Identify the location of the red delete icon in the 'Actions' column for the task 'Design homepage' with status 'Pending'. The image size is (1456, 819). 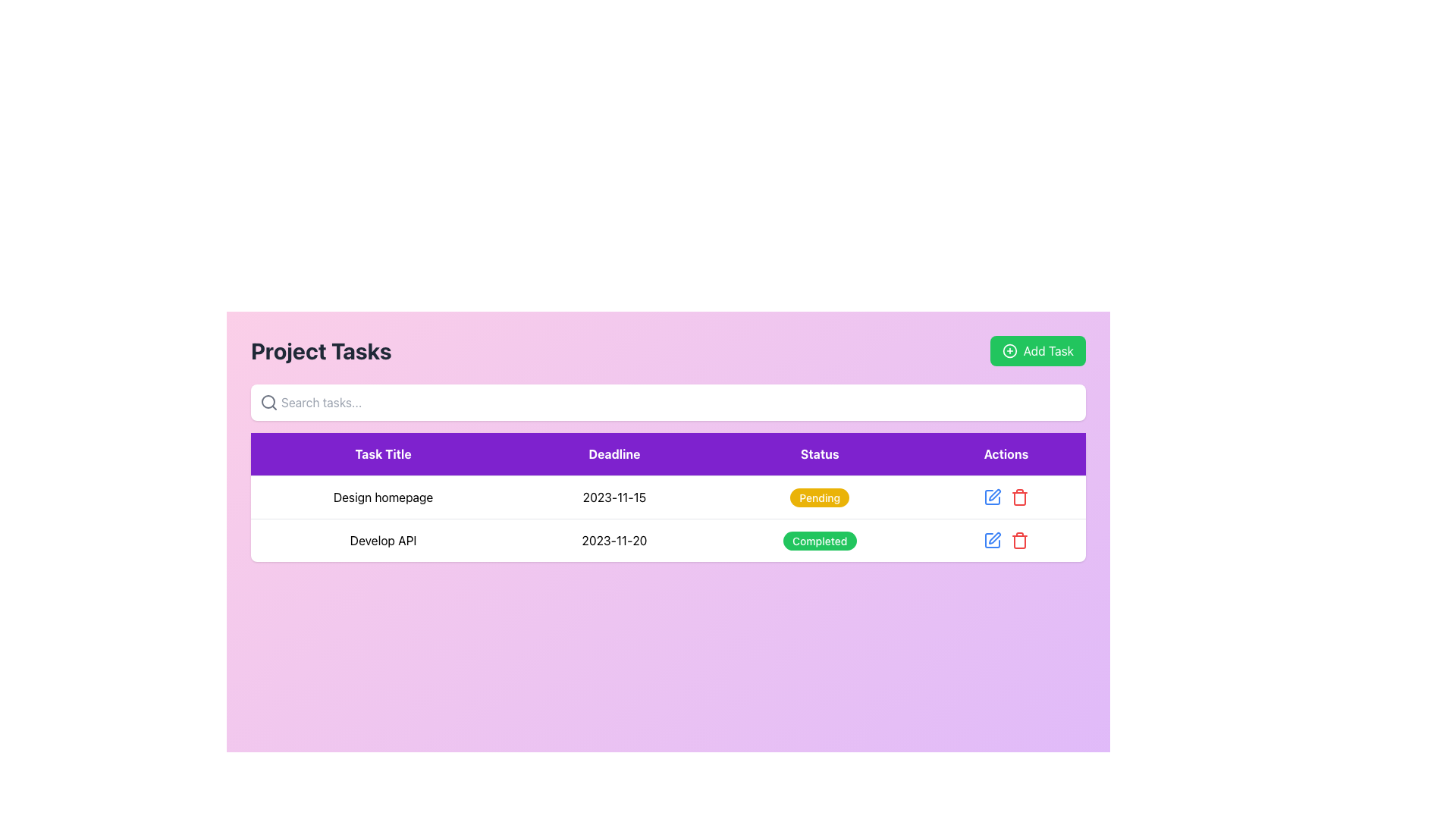
(1006, 497).